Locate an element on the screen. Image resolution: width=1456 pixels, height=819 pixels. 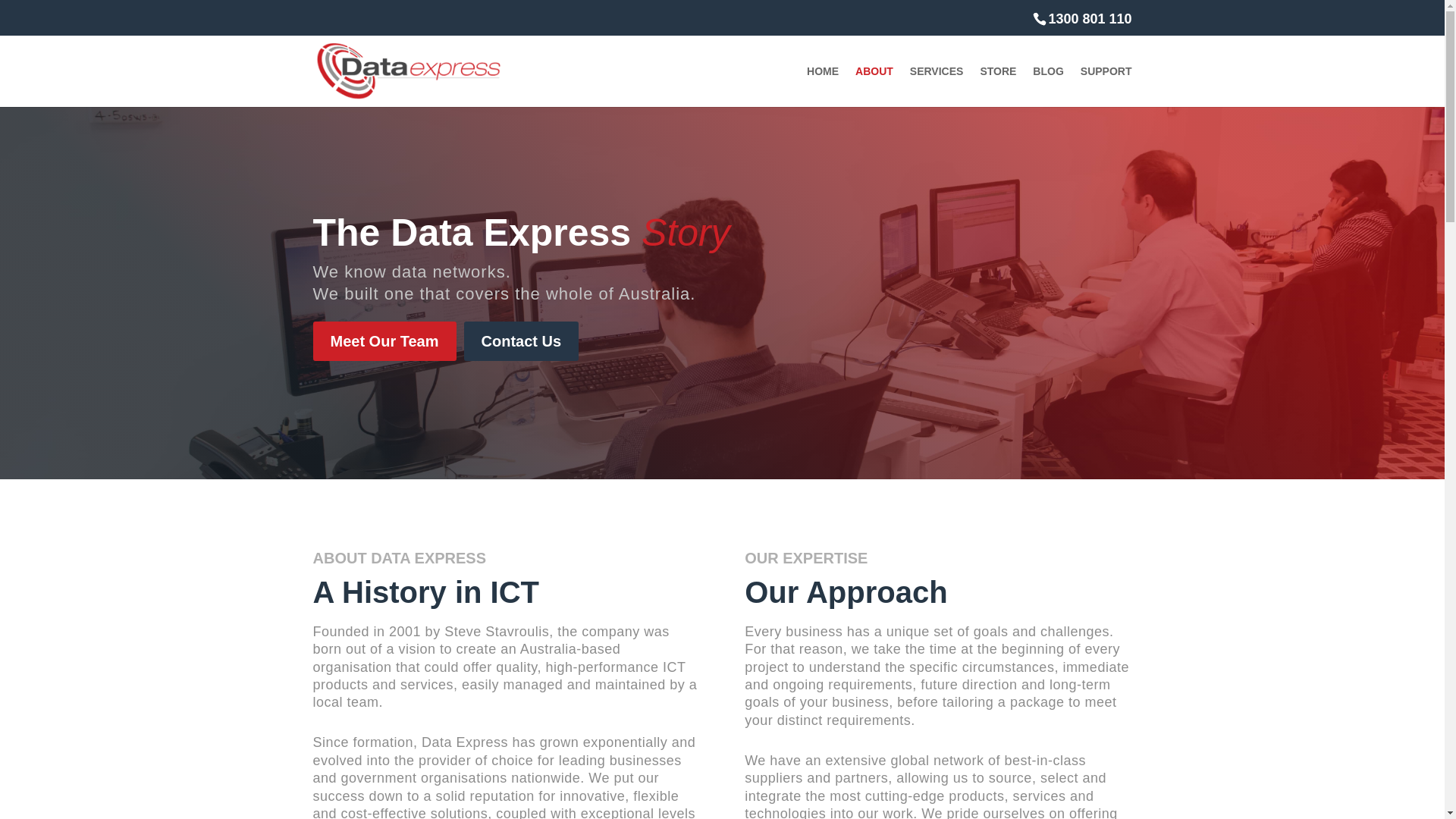
'SERVICES' is located at coordinates (936, 86).